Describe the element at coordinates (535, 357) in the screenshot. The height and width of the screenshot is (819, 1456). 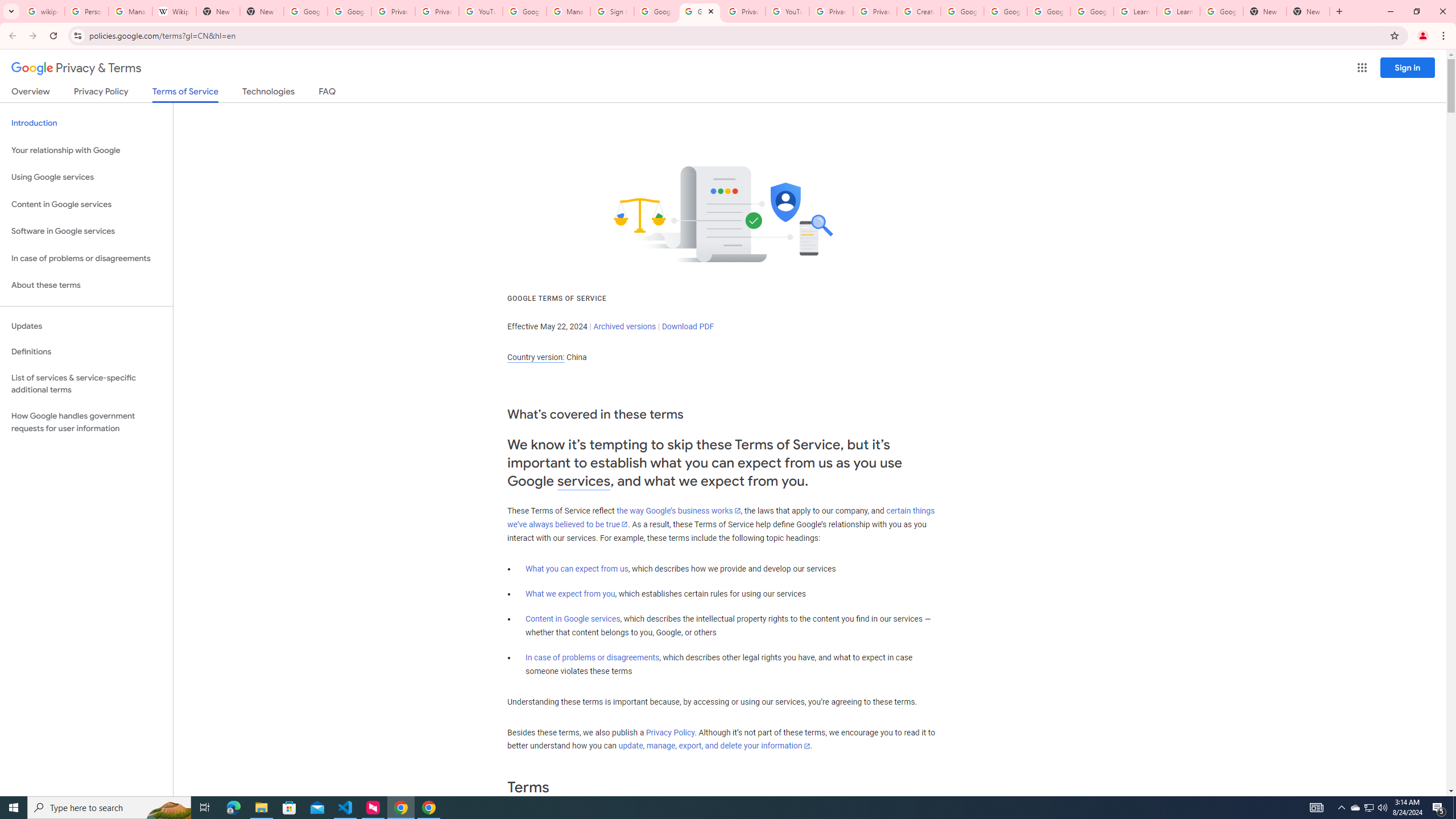
I see `'Country version:'` at that location.